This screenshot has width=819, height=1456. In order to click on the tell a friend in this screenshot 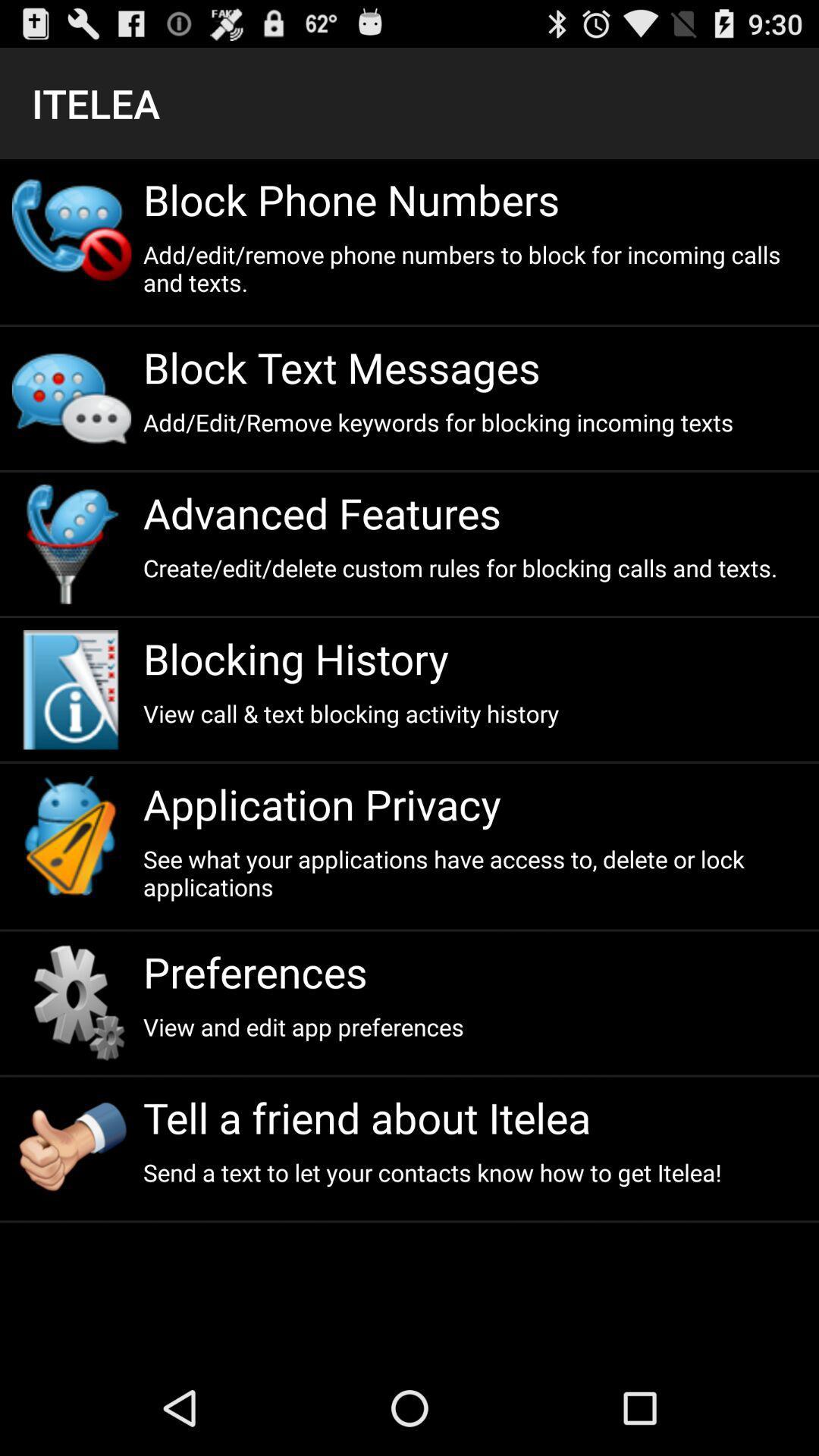, I will do `click(474, 1117)`.